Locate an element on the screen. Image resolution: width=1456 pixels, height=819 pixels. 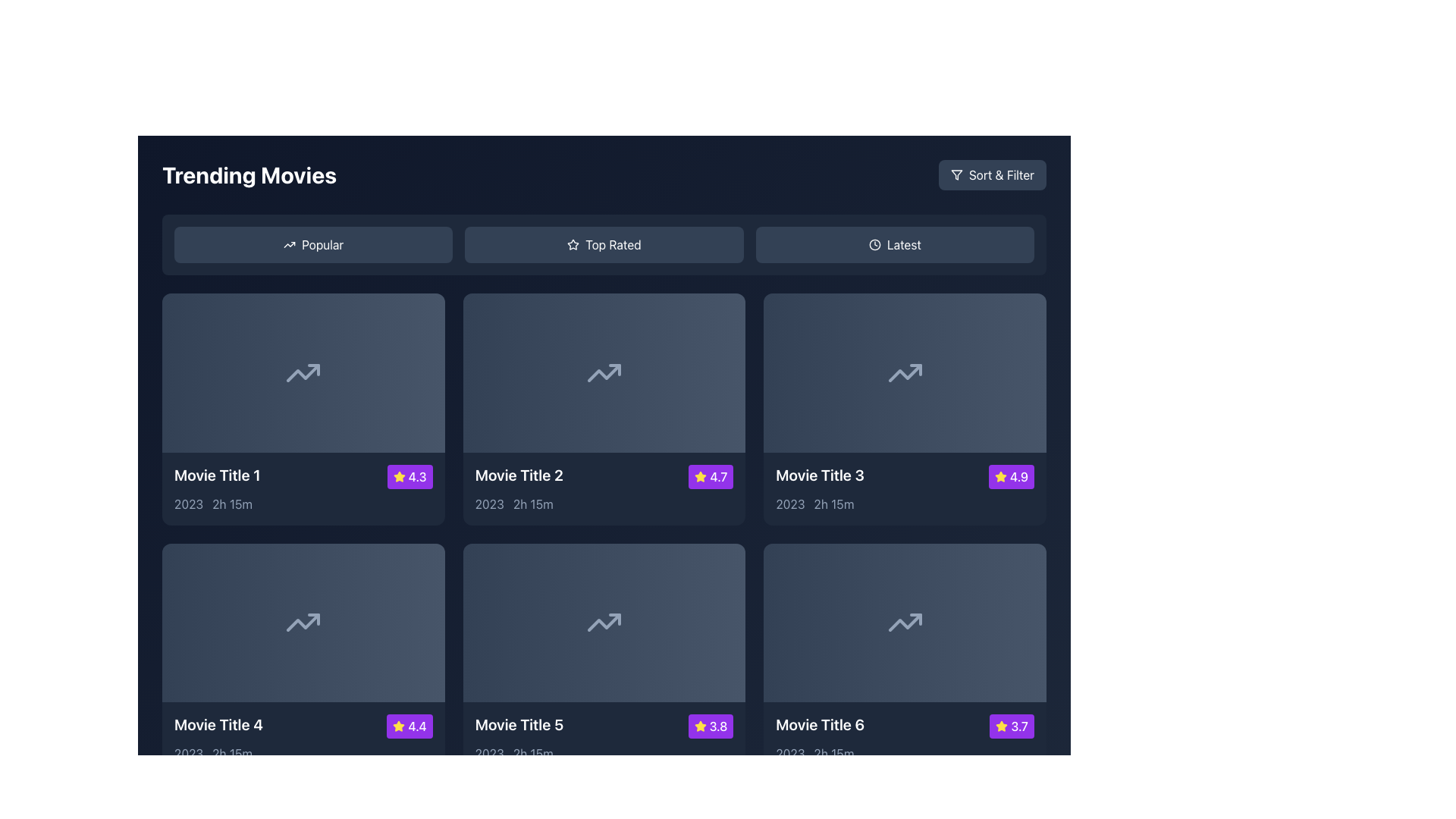
the star-shaped icon located in the top section of the interface, near the 'Top Rated' button area is located at coordinates (573, 243).